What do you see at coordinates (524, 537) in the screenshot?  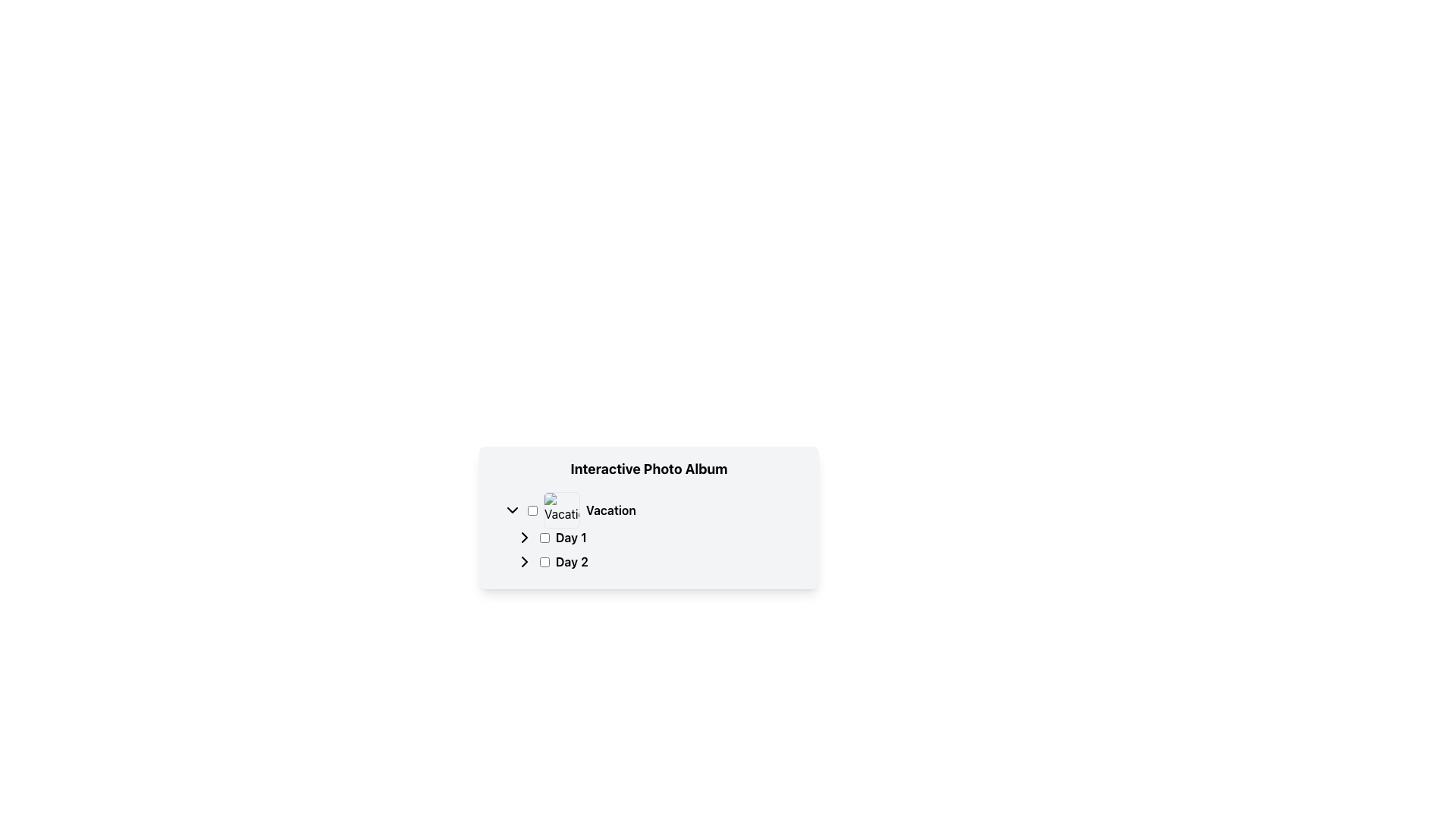 I see `the small right arrow icon resembling a chevron pointing to the right, which is located adjacent to the checkbox and label for 'Day 1' in the tree view` at bounding box center [524, 537].